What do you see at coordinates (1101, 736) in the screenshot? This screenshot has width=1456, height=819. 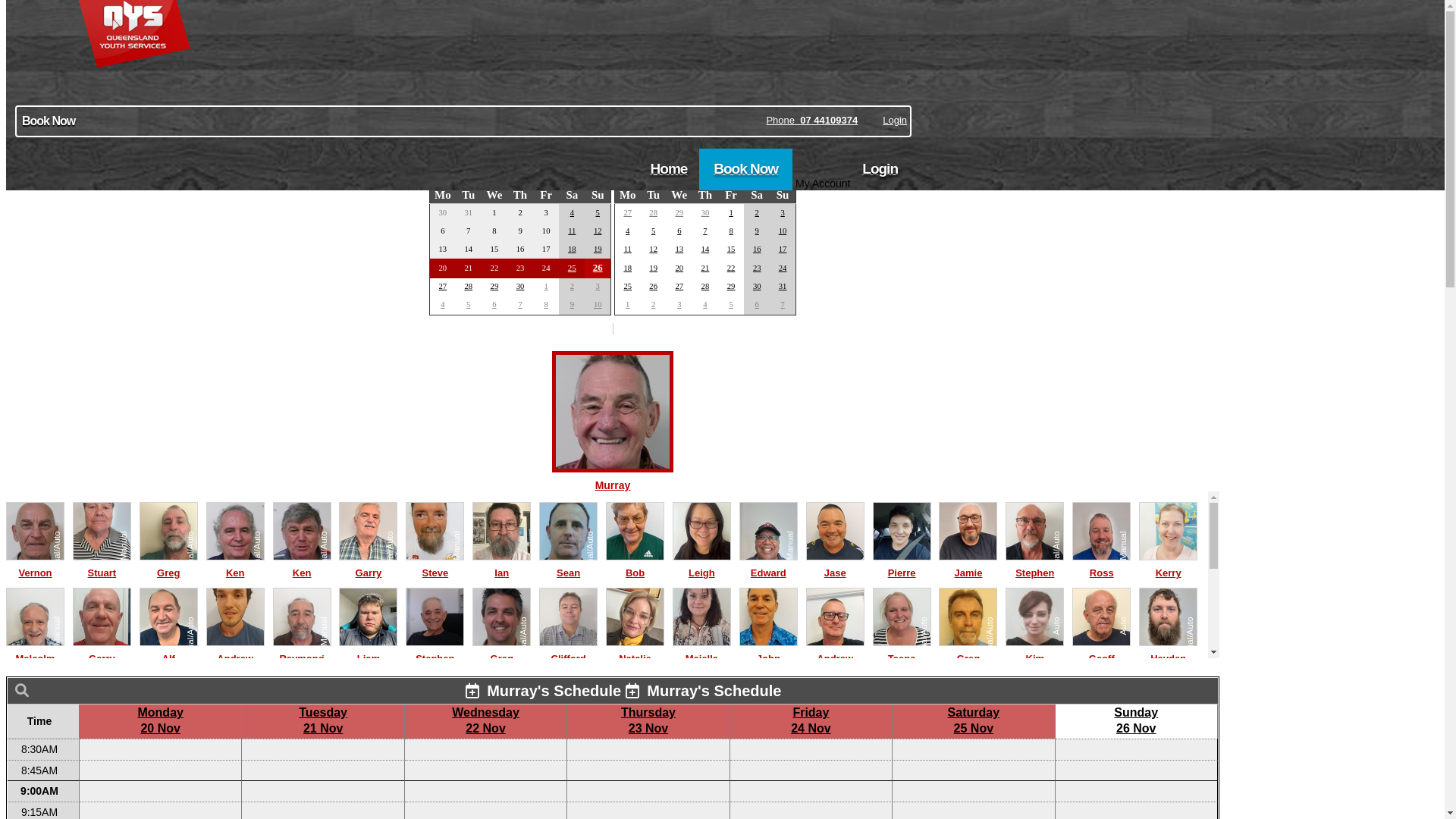 I see `'Rowena` at bounding box center [1101, 736].